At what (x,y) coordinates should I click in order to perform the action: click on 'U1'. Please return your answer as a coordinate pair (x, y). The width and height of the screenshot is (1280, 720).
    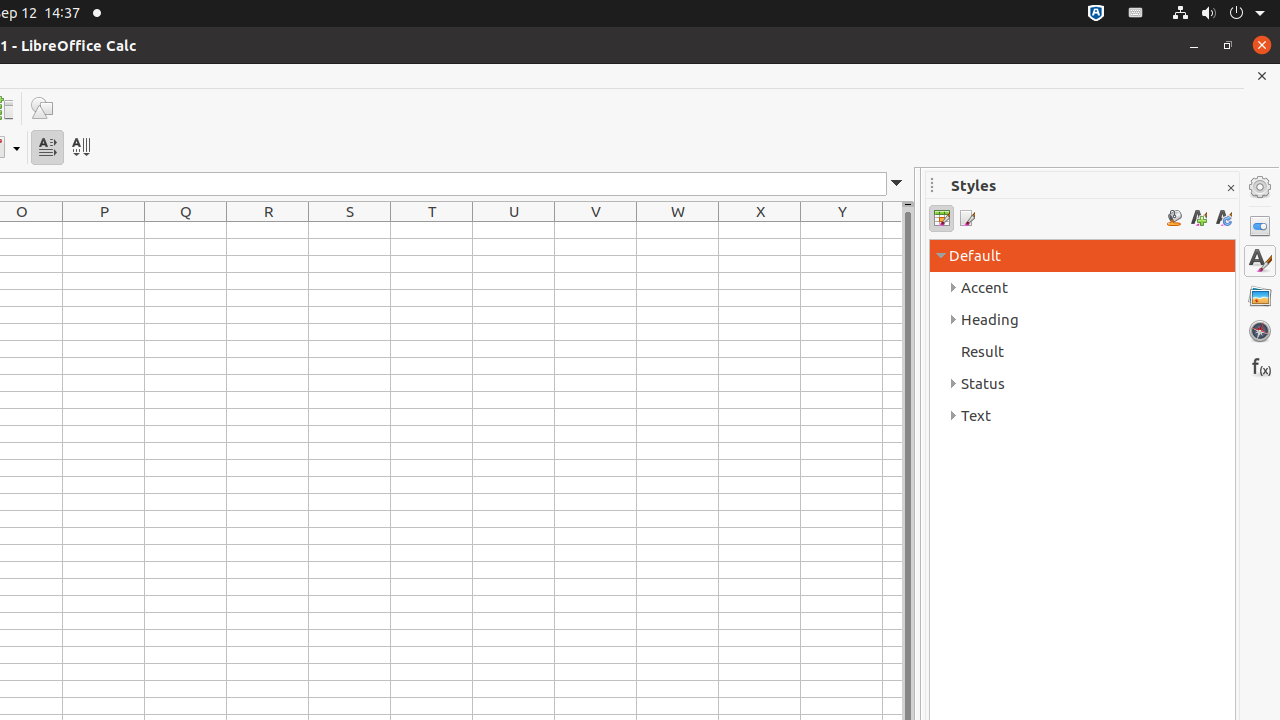
    Looking at the image, I should click on (514, 229).